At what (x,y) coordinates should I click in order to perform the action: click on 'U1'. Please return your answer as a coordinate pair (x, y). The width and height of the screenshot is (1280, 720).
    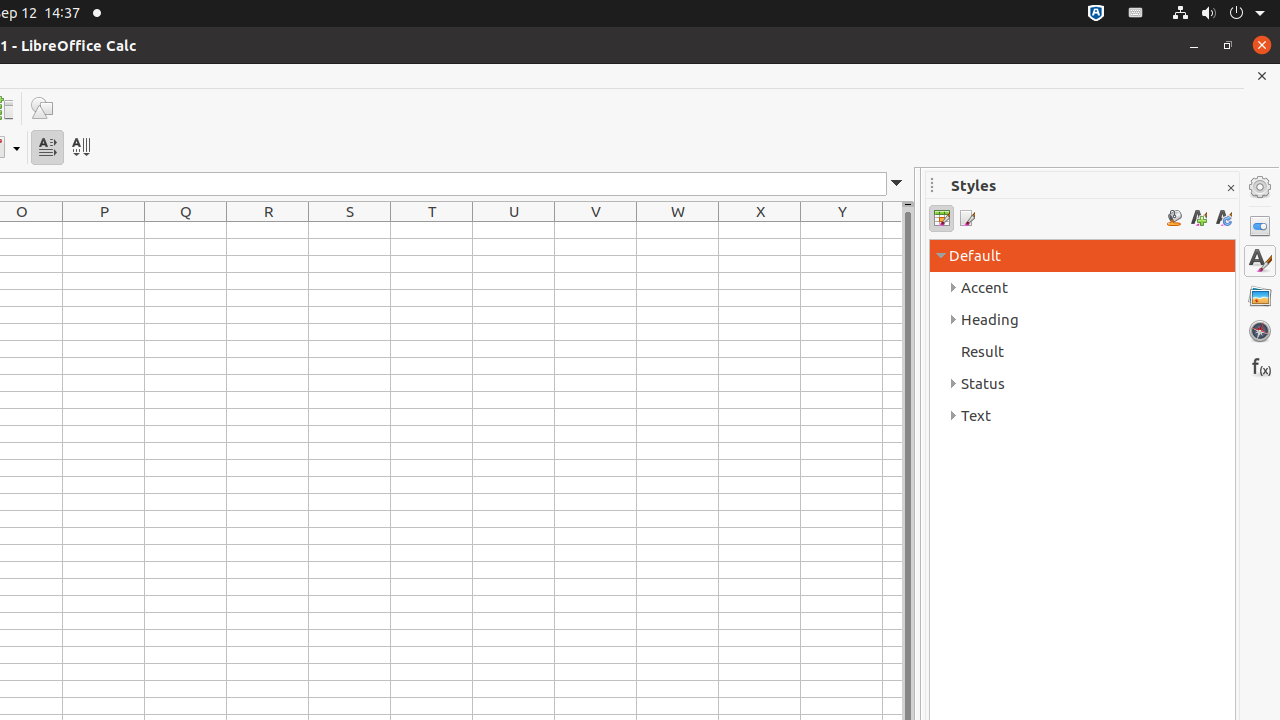
    Looking at the image, I should click on (514, 229).